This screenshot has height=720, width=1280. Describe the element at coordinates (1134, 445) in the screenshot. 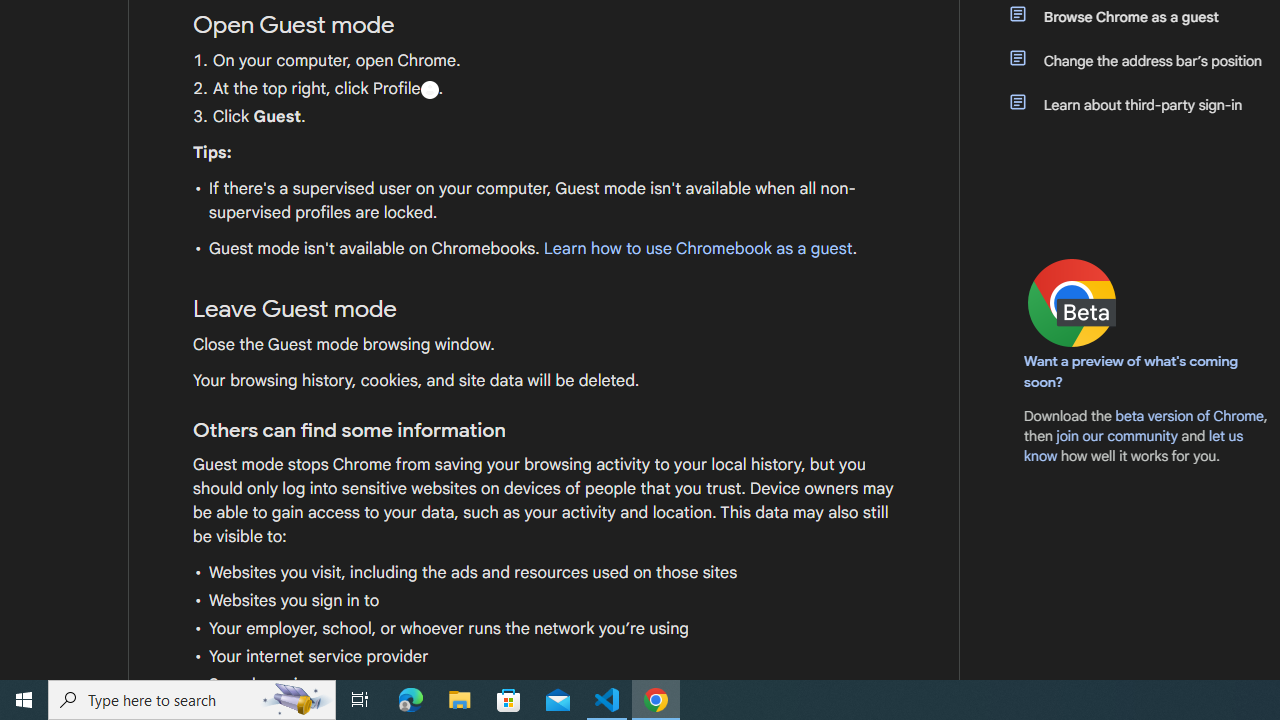

I see `'let us know'` at that location.